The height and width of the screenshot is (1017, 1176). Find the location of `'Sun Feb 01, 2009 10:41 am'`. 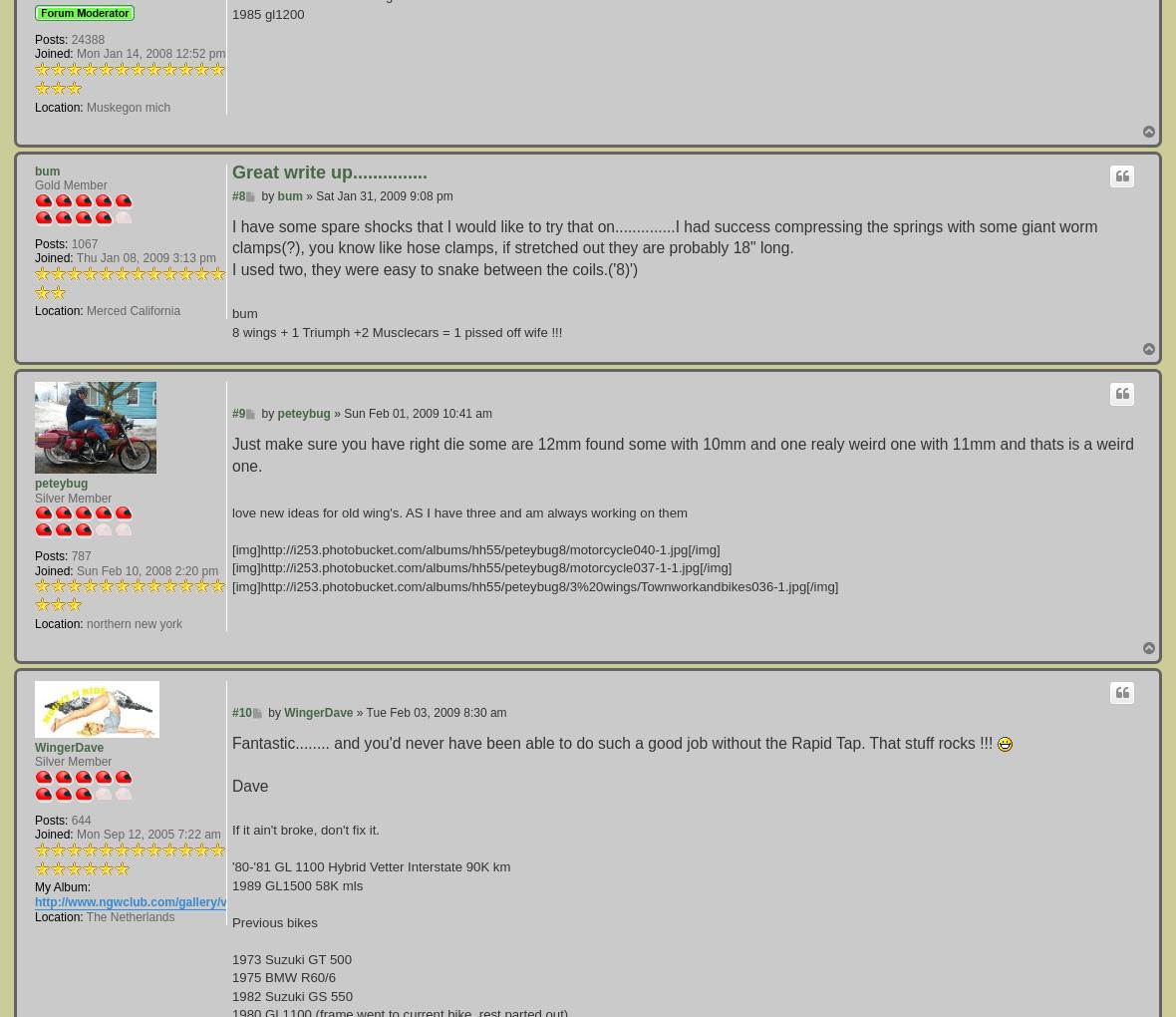

'Sun Feb 01, 2009 10:41 am' is located at coordinates (417, 414).